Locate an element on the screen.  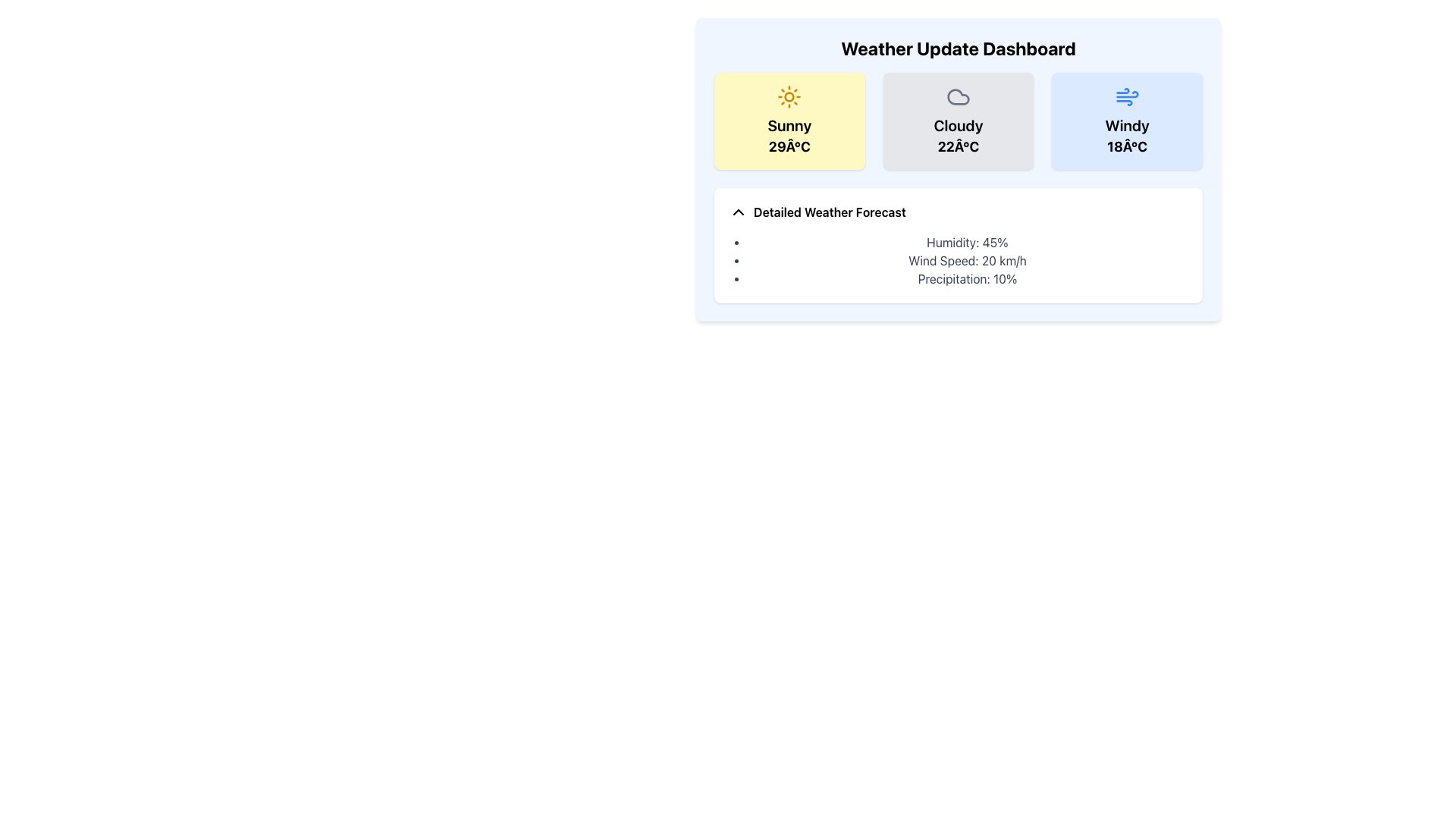
the upward-pointing chevron icon located to the left of the 'Detailed Weather Forecast' text is located at coordinates (739, 212).